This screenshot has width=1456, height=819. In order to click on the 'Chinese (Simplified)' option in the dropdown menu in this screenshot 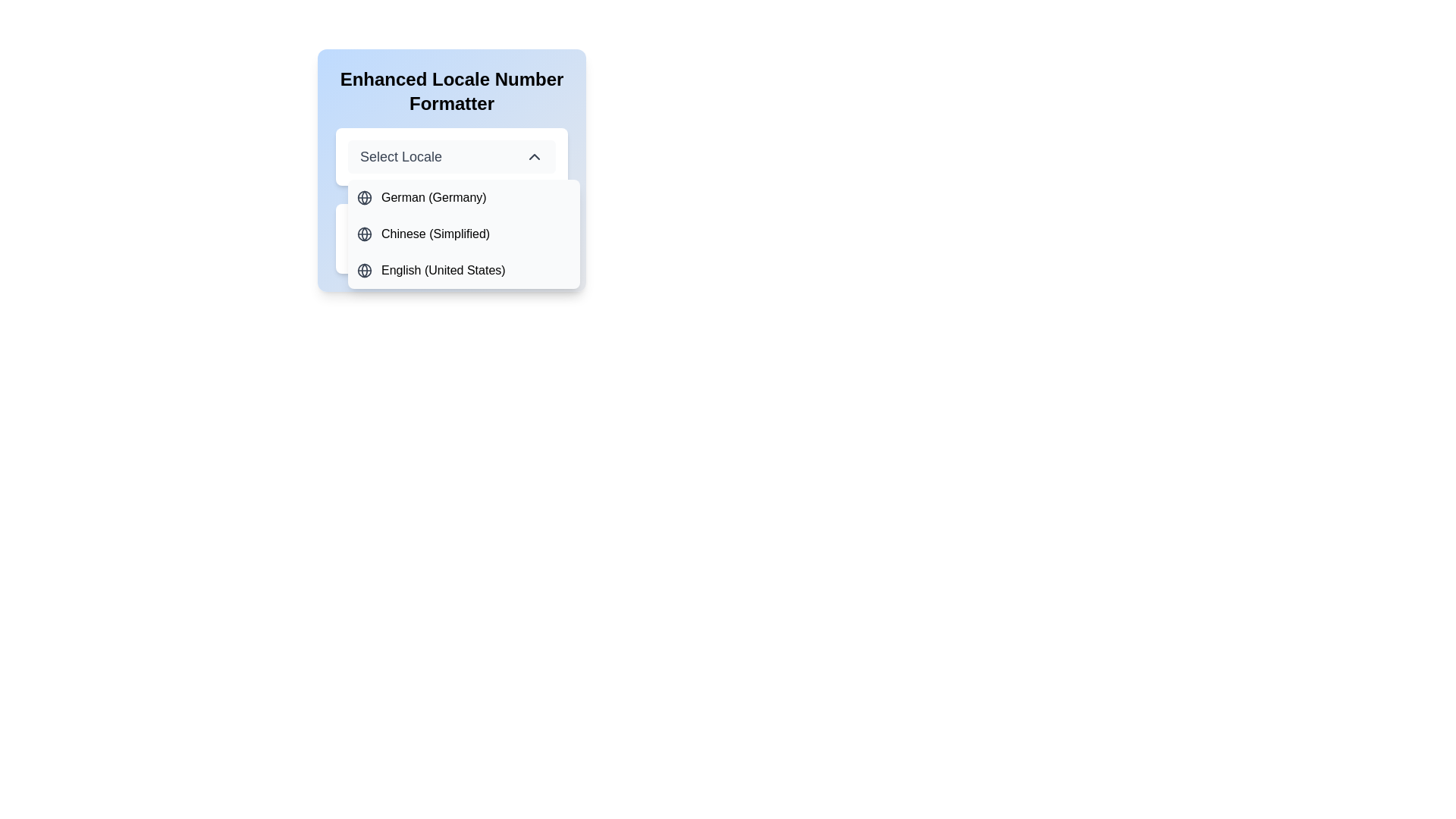, I will do `click(463, 234)`.